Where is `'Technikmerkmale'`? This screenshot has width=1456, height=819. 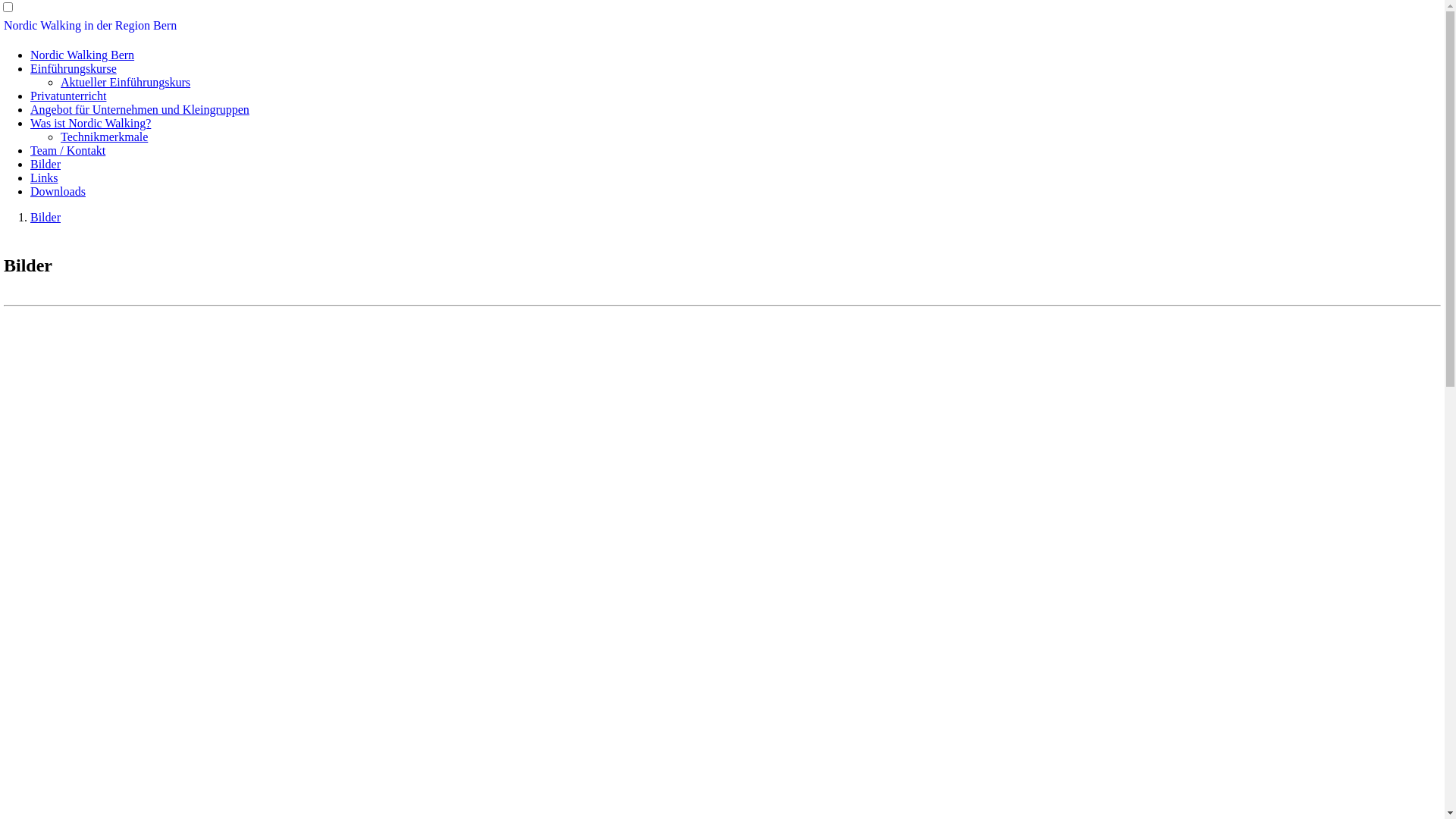
'Technikmerkmale' is located at coordinates (61, 136).